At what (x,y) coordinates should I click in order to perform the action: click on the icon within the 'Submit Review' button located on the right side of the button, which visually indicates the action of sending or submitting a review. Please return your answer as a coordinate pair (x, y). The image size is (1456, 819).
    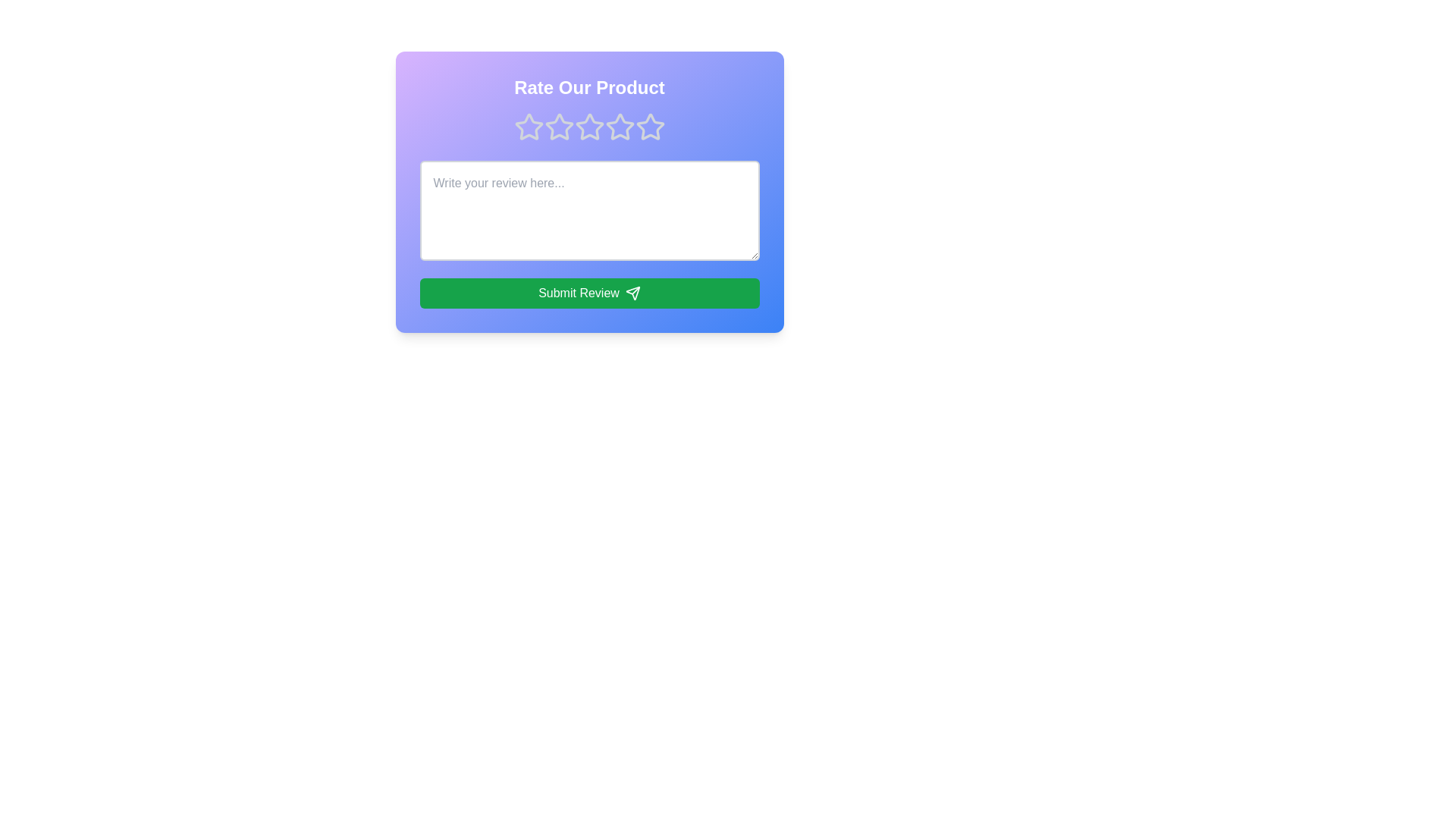
    Looking at the image, I should click on (632, 293).